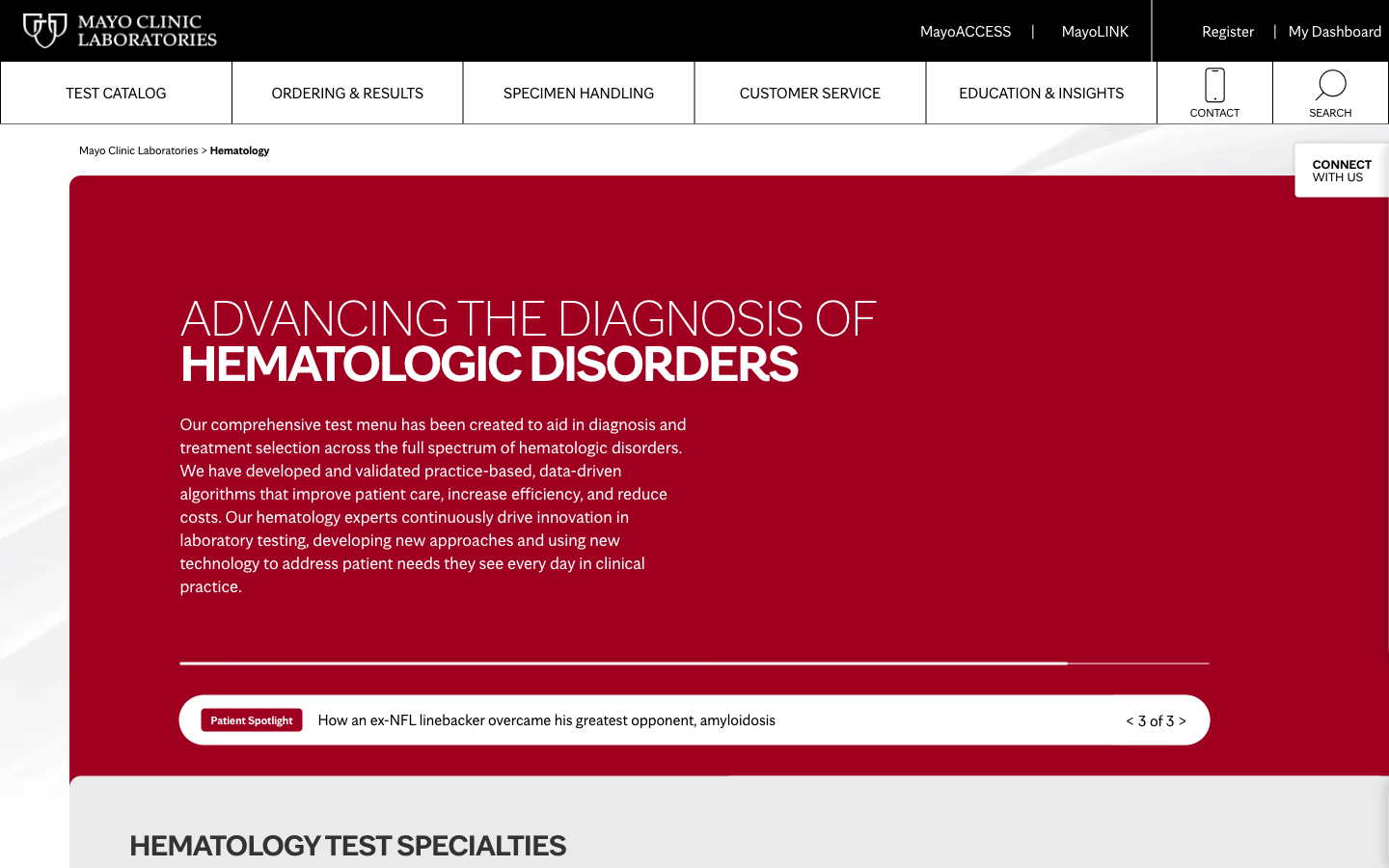  Describe the element at coordinates (1094, 30) in the screenshot. I see `MayoLink site` at that location.